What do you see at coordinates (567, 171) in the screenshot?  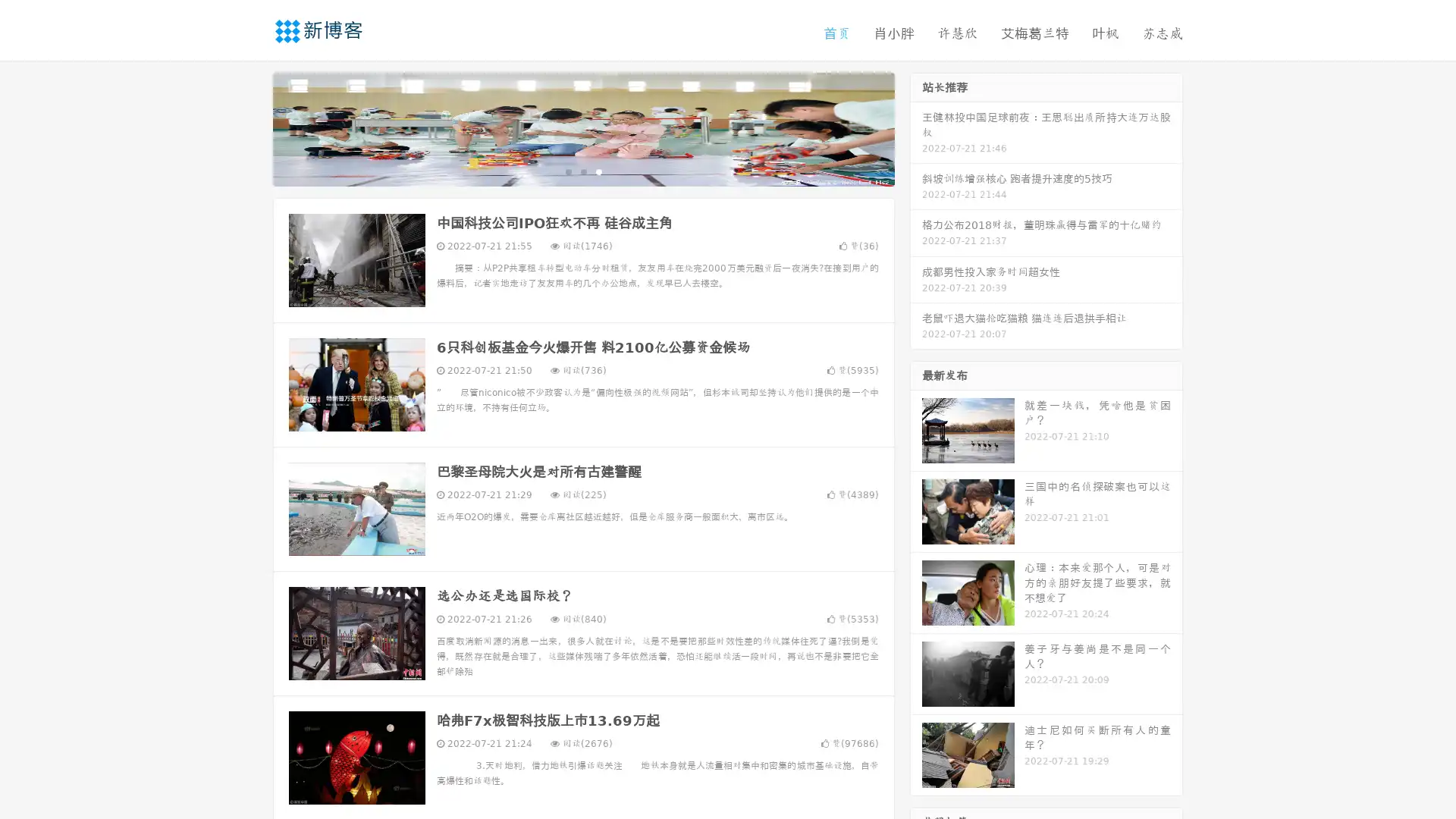 I see `Go to slide 1` at bounding box center [567, 171].